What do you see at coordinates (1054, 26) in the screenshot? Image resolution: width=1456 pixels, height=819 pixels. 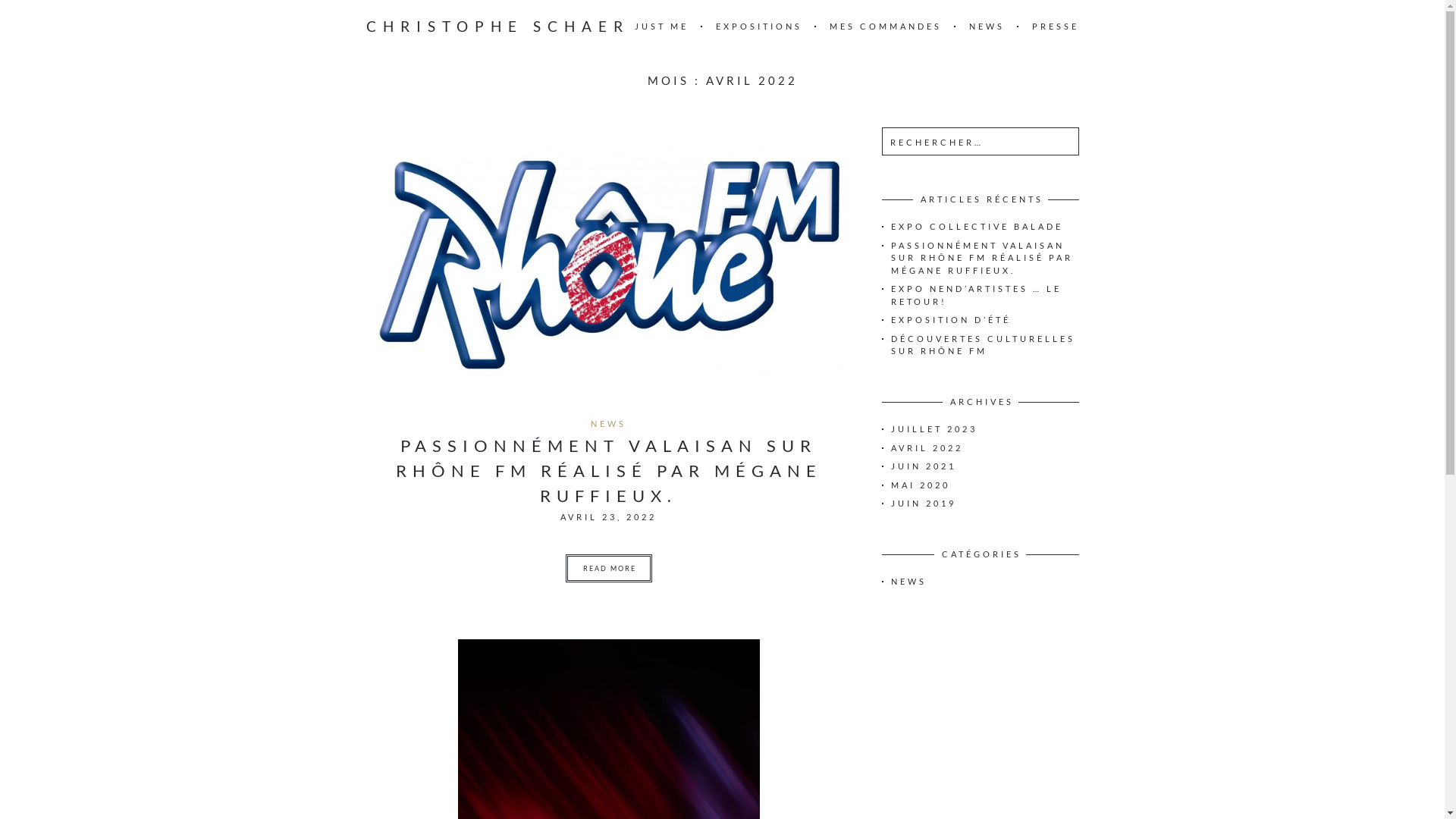 I see `'PRESSE'` at bounding box center [1054, 26].